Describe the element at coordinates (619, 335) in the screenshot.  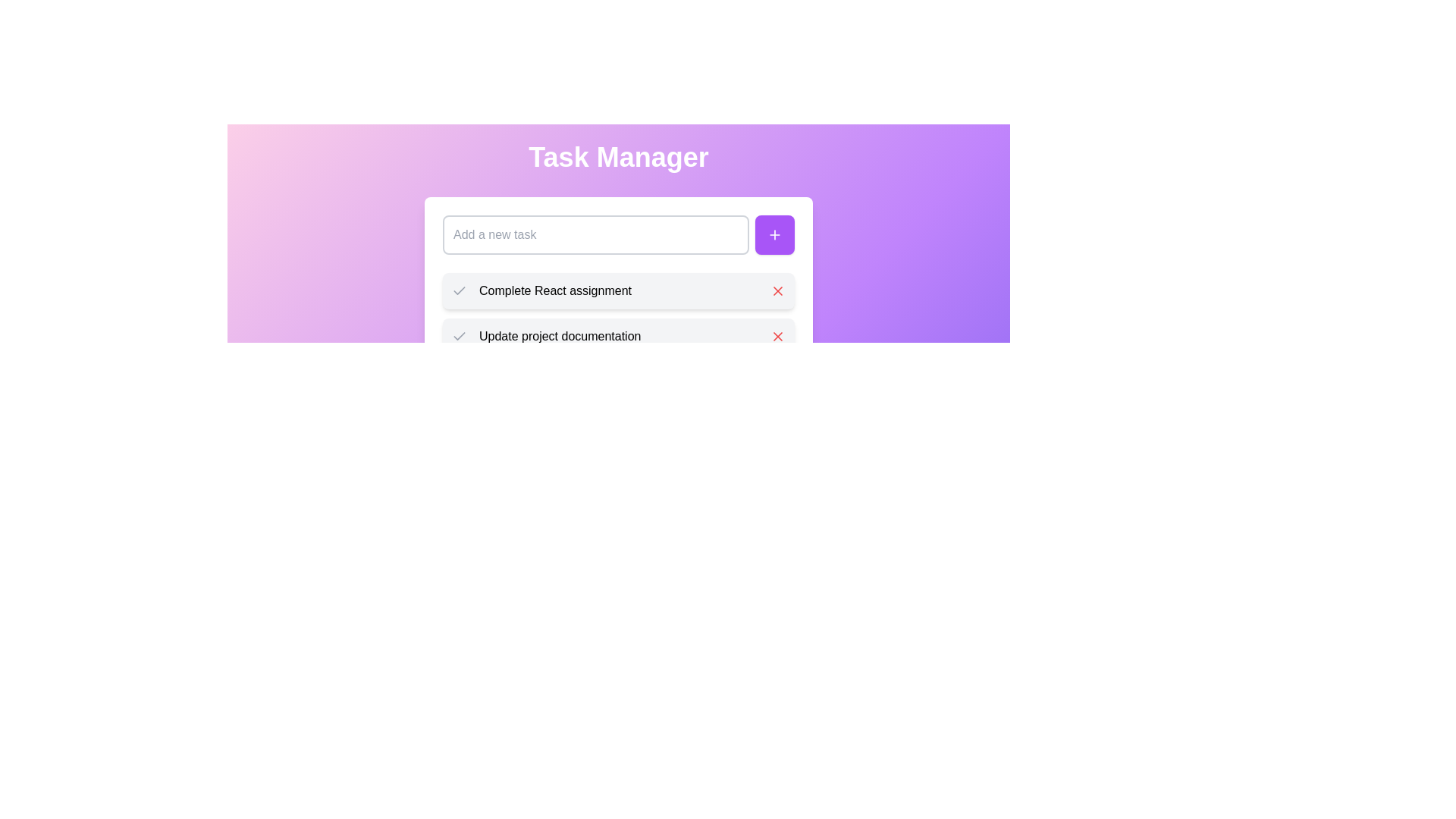
I see `the task item with the text 'Update project documentation' in the task manager interface` at that location.